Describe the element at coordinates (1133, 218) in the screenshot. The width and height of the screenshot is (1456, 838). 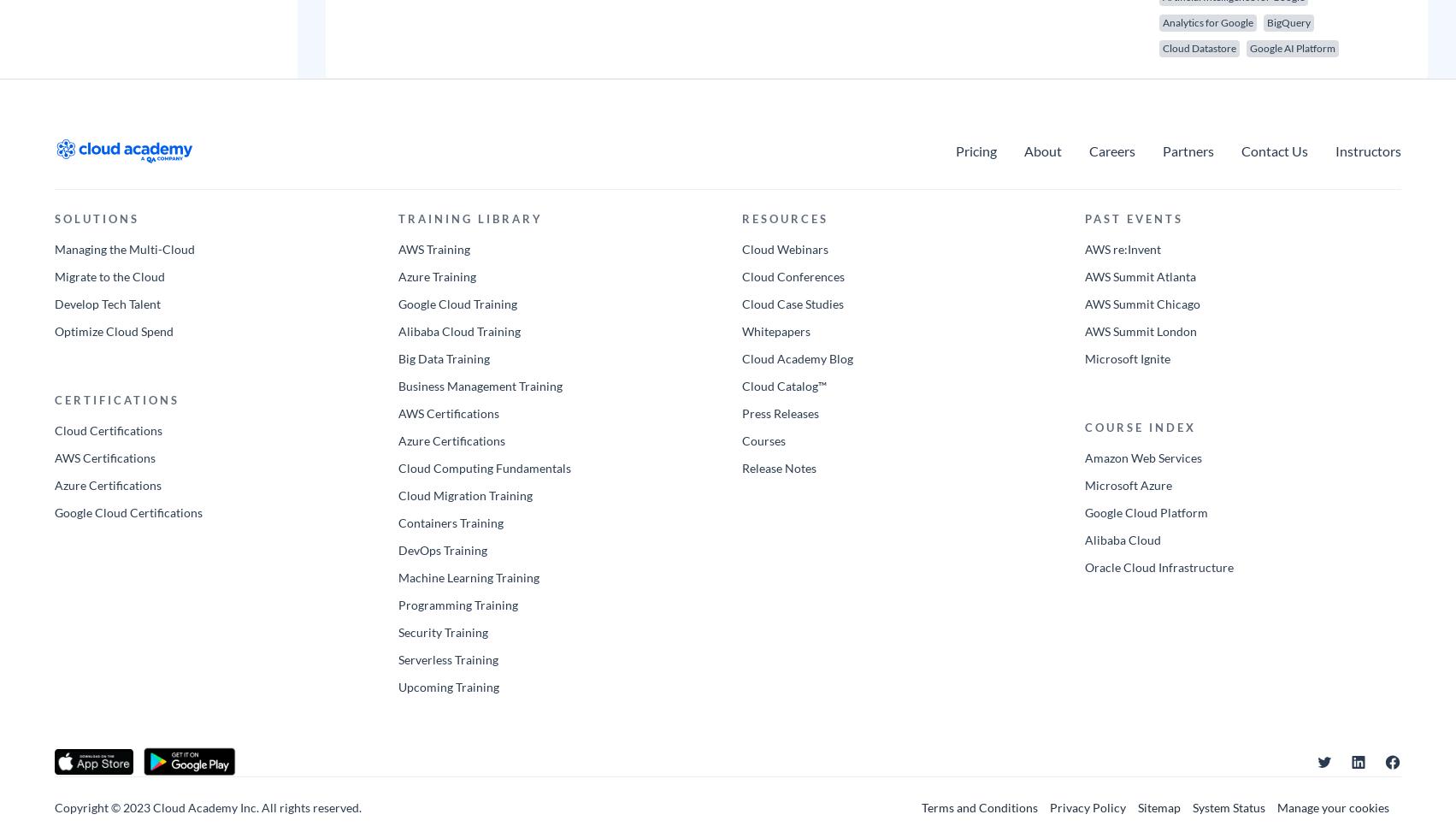
I see `'PAST EVENTS'` at that location.